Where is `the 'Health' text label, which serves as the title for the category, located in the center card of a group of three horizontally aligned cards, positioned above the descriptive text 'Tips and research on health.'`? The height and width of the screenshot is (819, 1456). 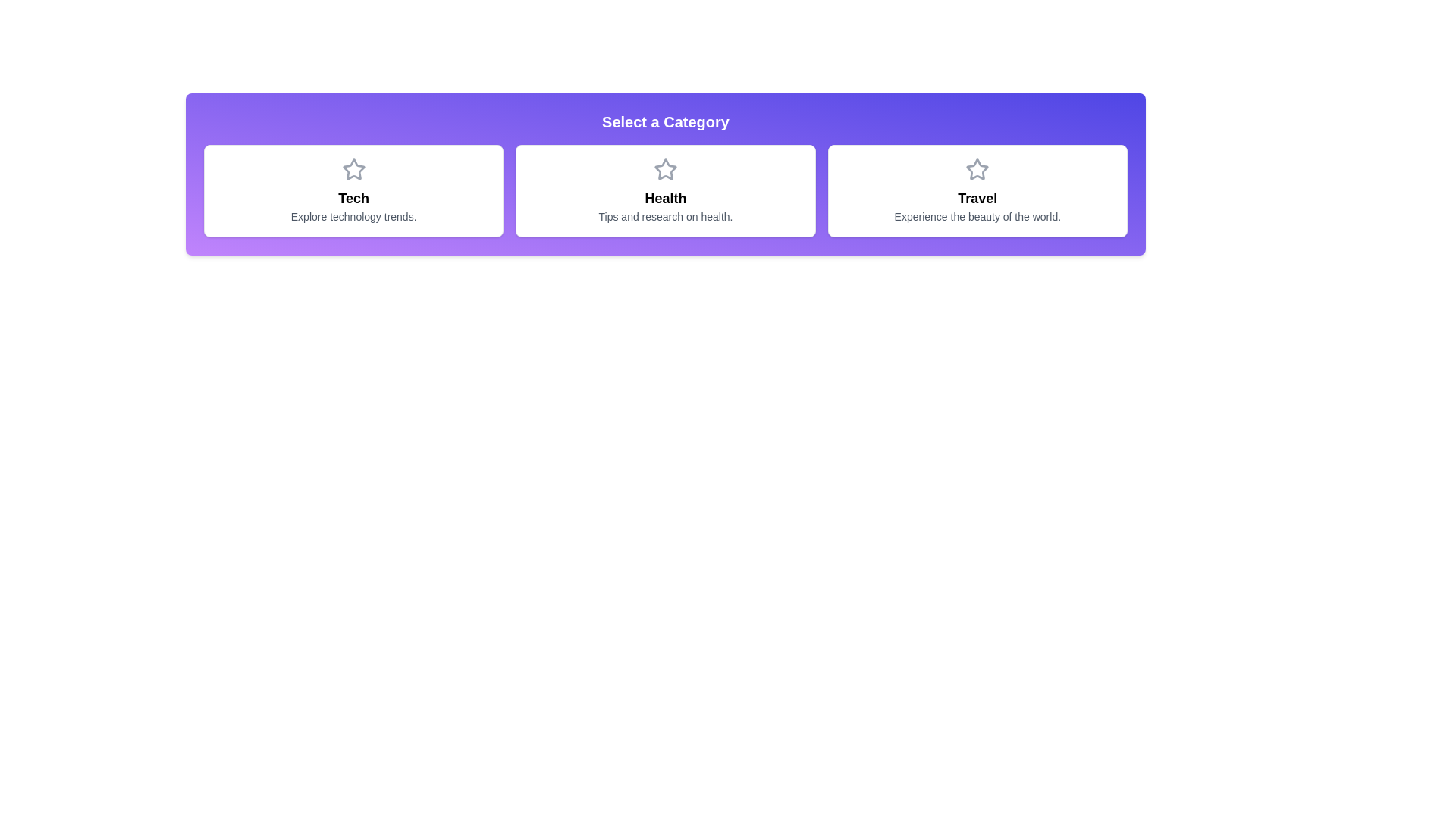 the 'Health' text label, which serves as the title for the category, located in the center card of a group of three horizontally aligned cards, positioned above the descriptive text 'Tips and research on health.' is located at coordinates (666, 198).